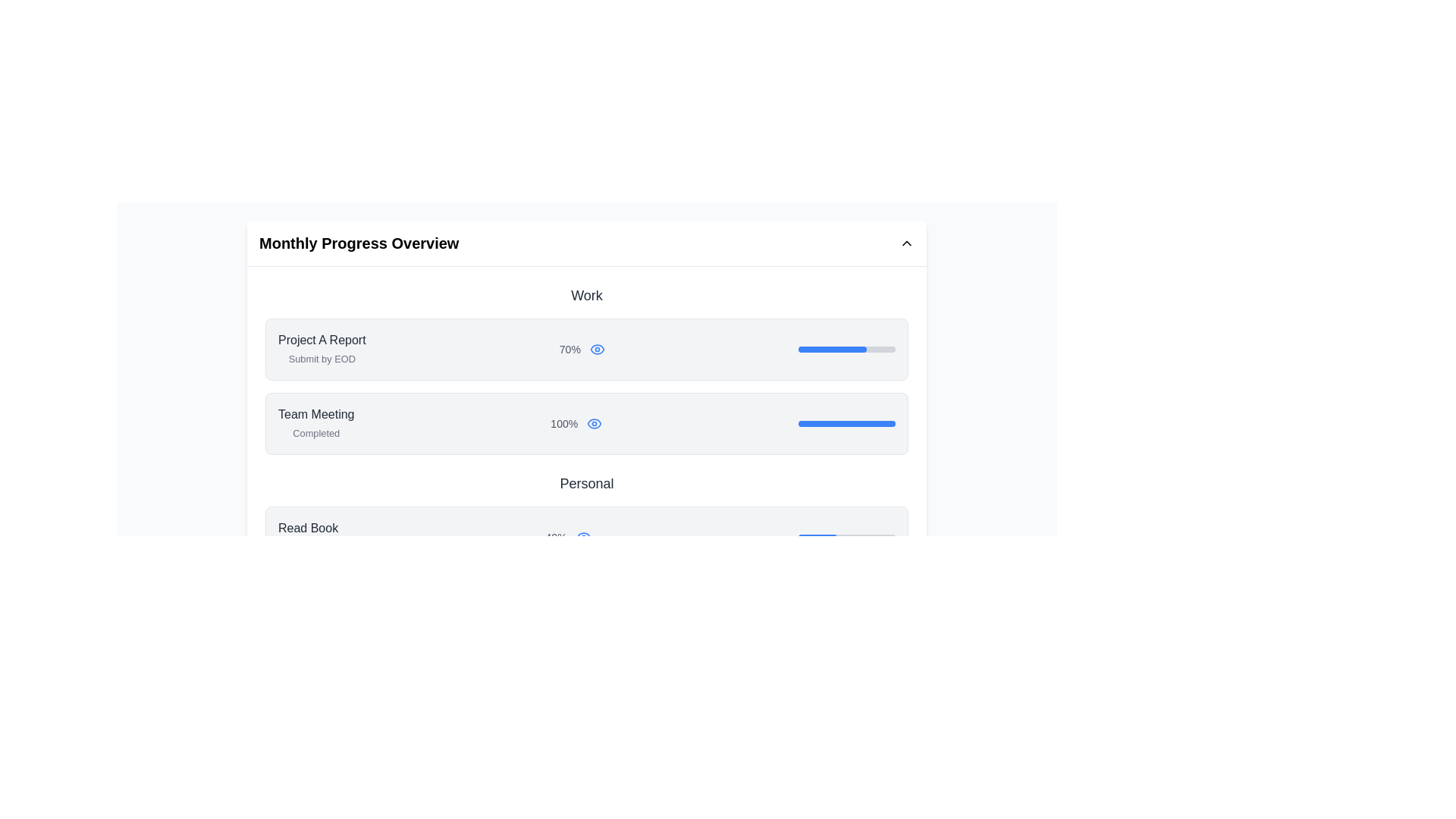 This screenshot has height=819, width=1456. What do you see at coordinates (307, 528) in the screenshot?
I see `the 'Read Book' text label located in the 'Personal' section at the top of the third panel` at bounding box center [307, 528].